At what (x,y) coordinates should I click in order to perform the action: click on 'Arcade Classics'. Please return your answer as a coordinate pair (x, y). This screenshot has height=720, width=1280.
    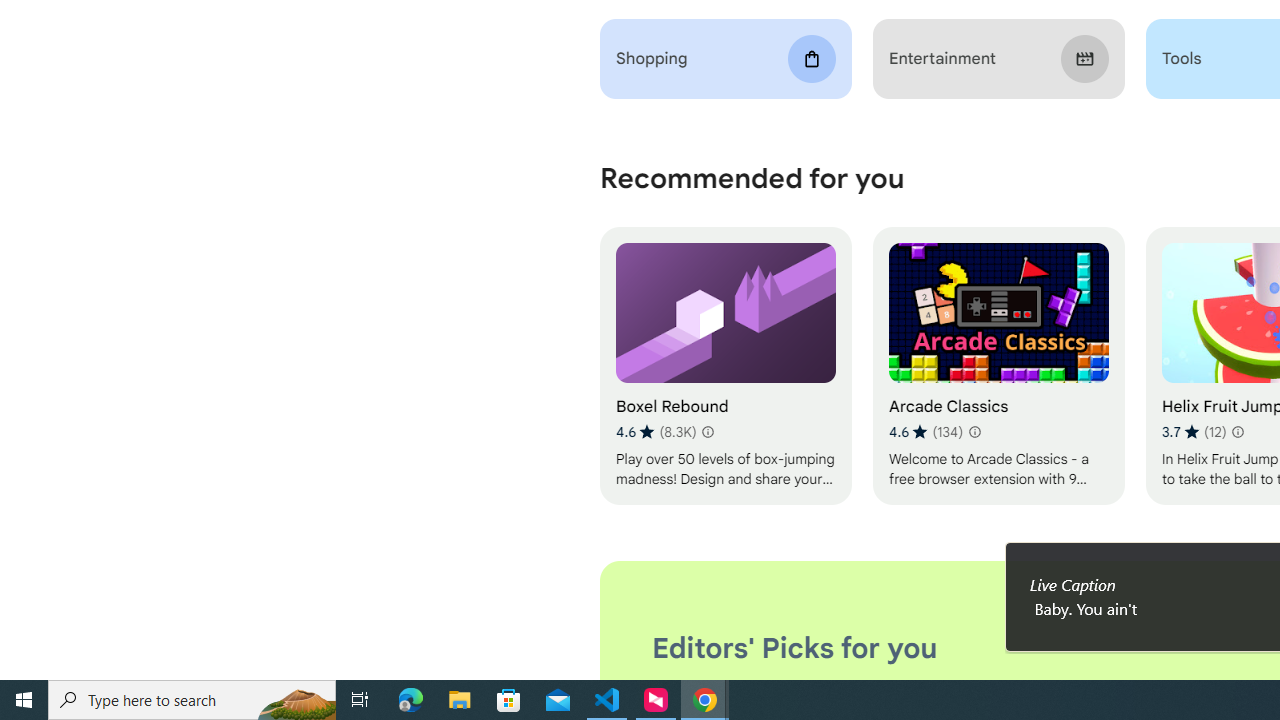
    Looking at the image, I should click on (998, 366).